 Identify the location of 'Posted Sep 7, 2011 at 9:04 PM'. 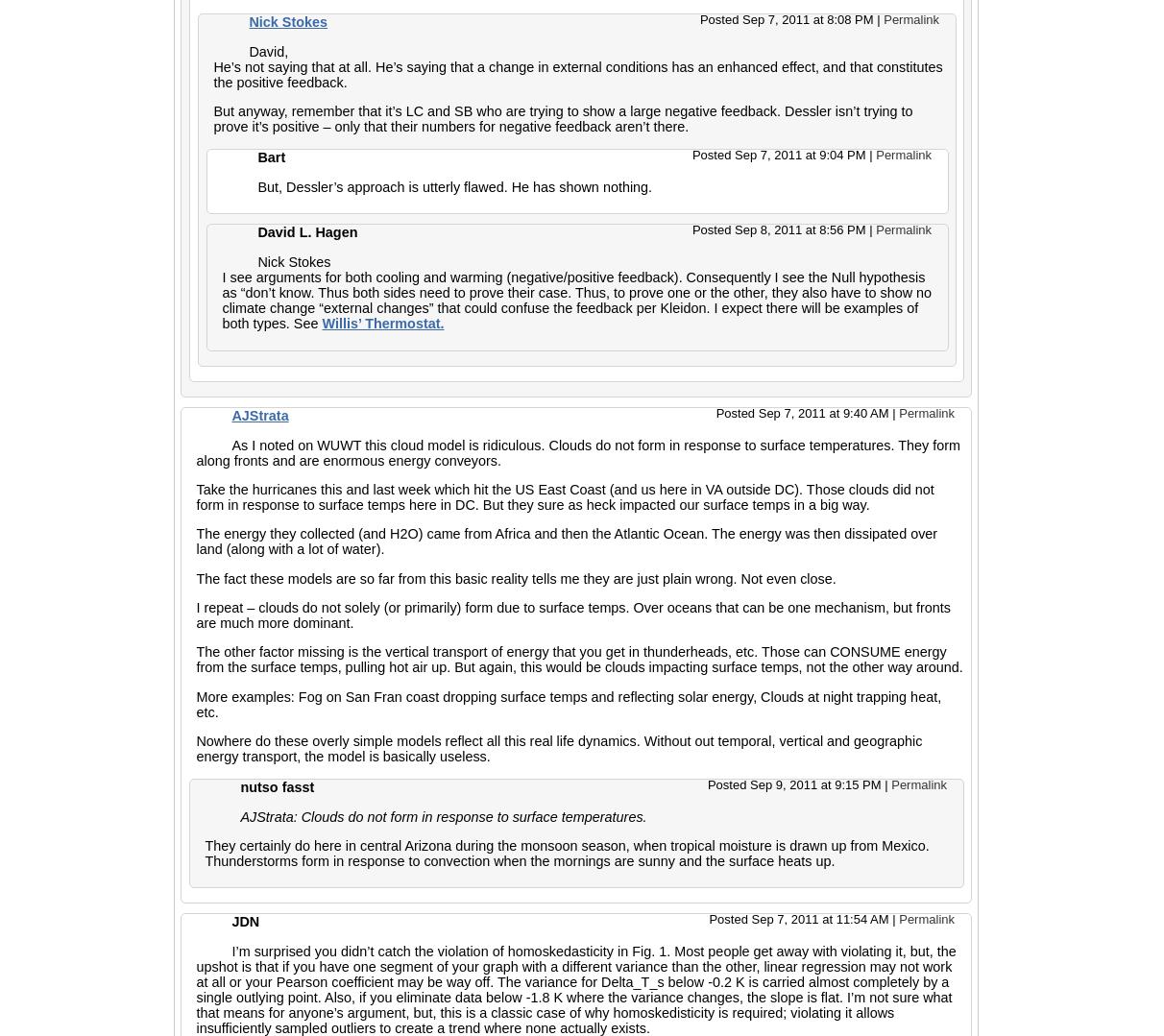
(779, 153).